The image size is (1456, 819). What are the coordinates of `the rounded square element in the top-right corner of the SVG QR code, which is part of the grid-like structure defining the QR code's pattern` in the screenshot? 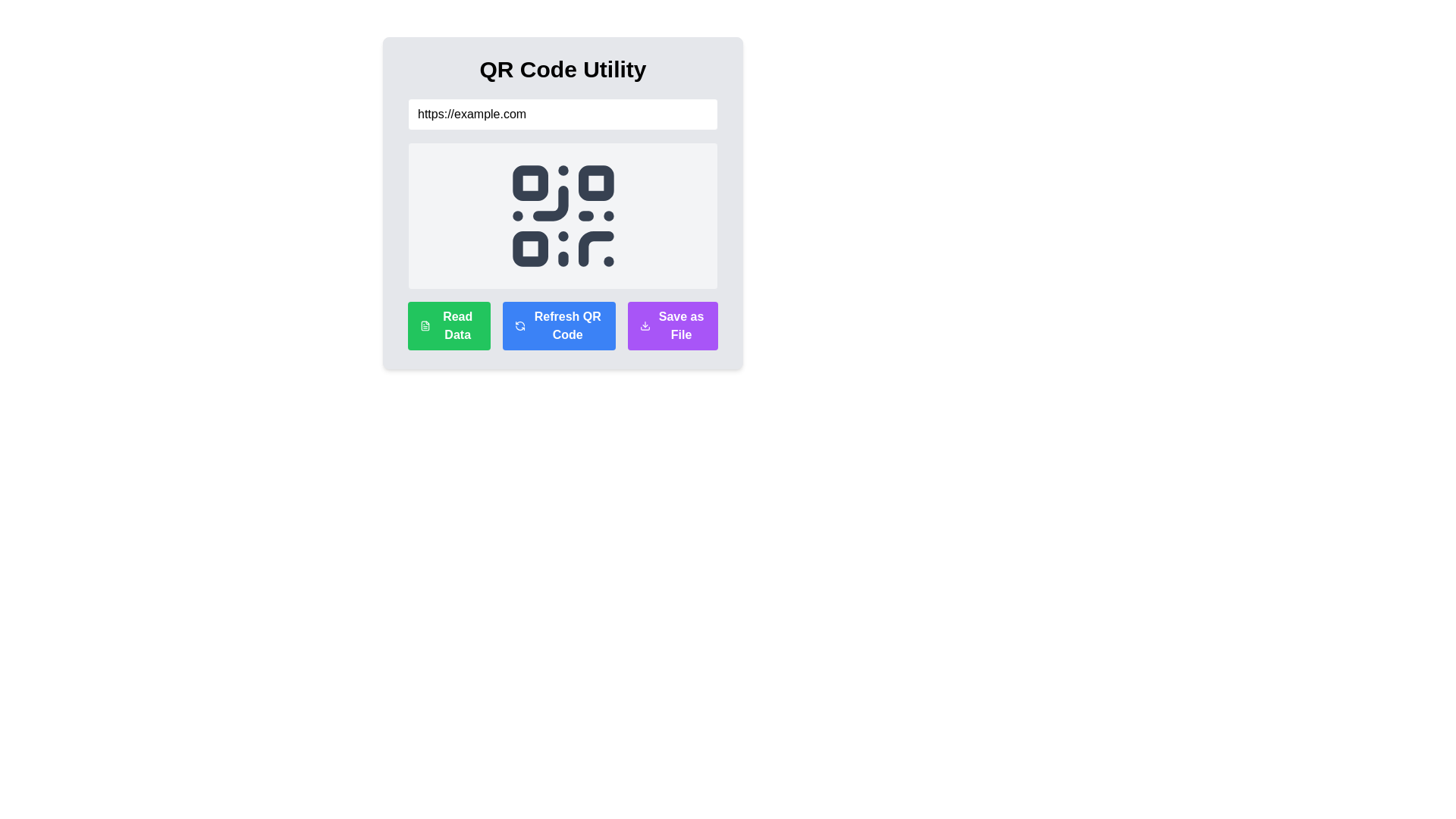 It's located at (595, 182).